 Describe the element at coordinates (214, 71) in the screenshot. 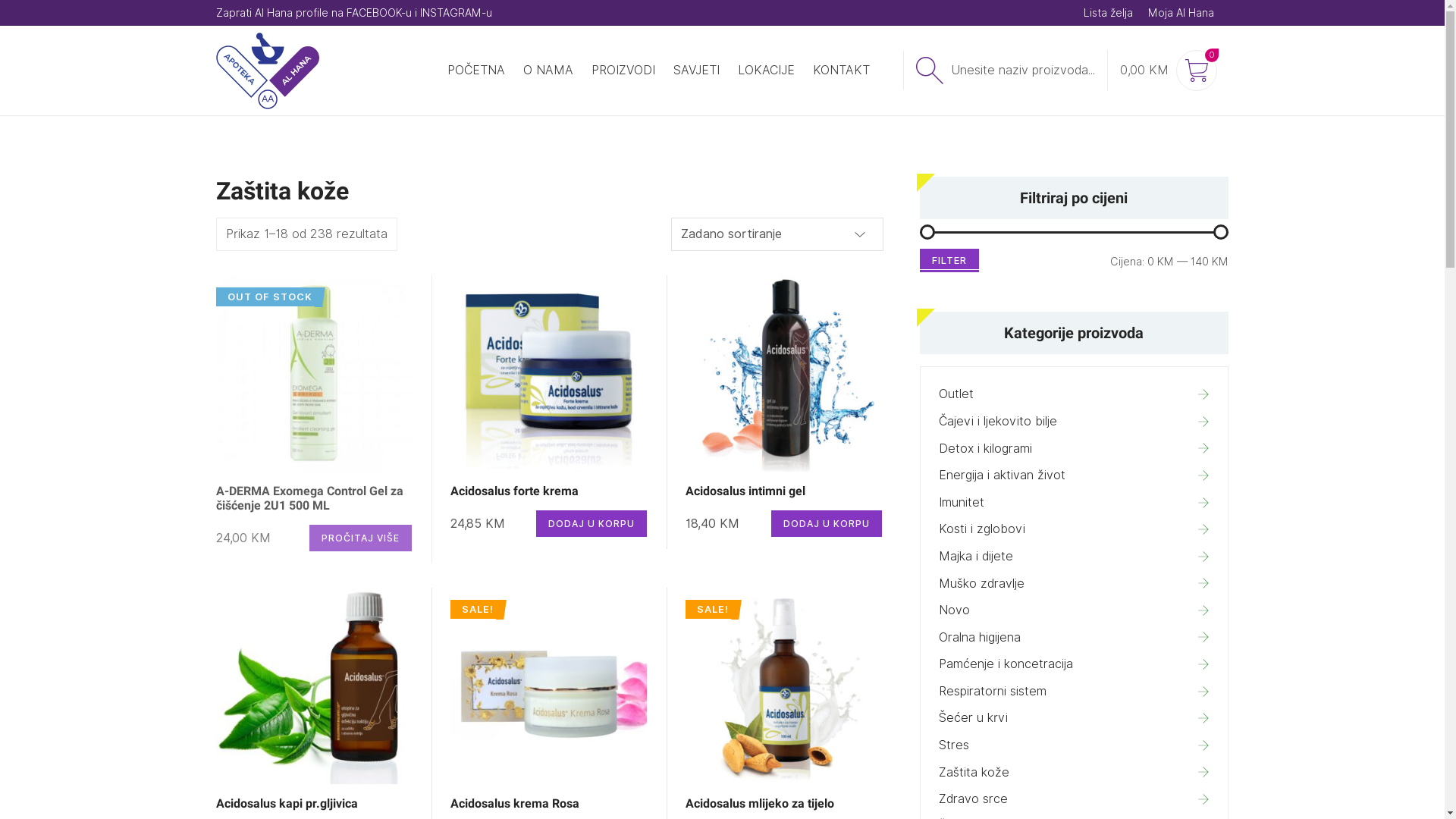

I see `'Apoteka Al Hana'` at that location.